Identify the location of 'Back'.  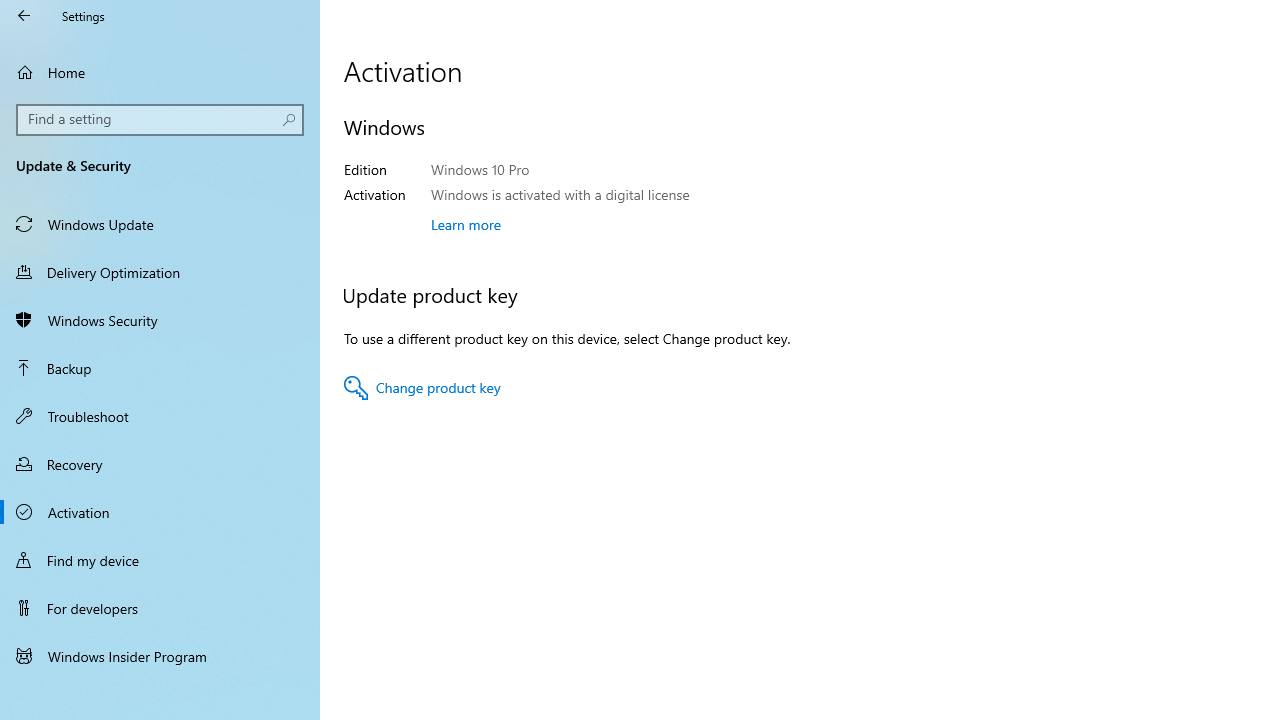
(24, 15).